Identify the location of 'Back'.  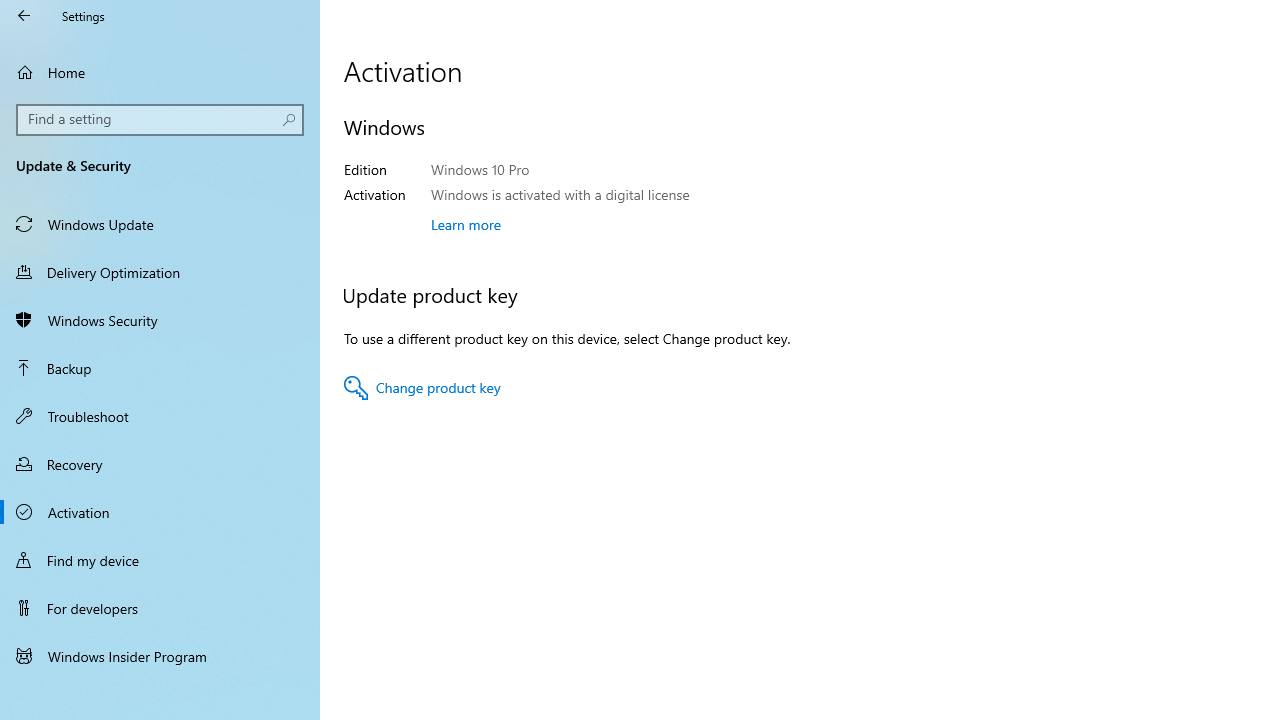
(24, 15).